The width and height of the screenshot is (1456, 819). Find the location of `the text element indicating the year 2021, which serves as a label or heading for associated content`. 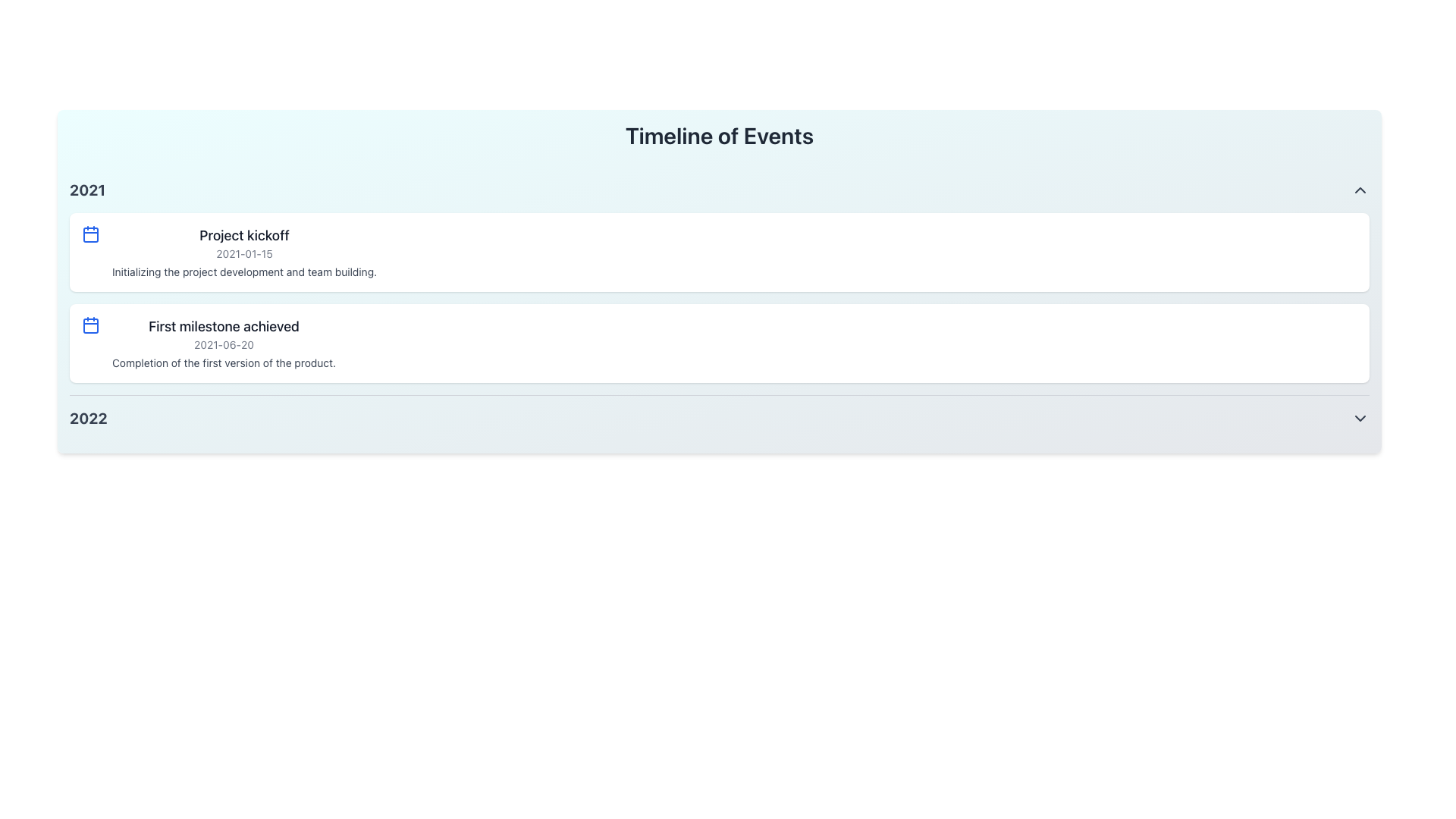

the text element indicating the year 2021, which serves as a label or heading for associated content is located at coordinates (86, 189).